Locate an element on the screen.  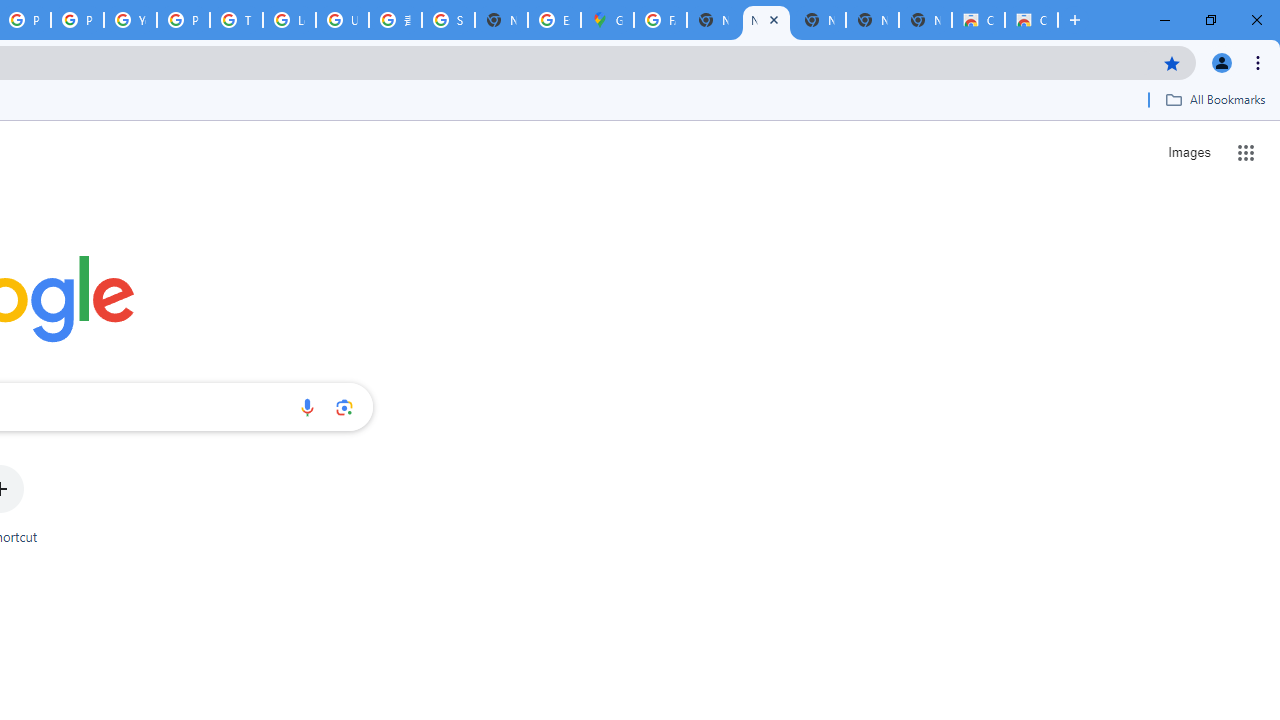
'Search by voice' is located at coordinates (306, 406).